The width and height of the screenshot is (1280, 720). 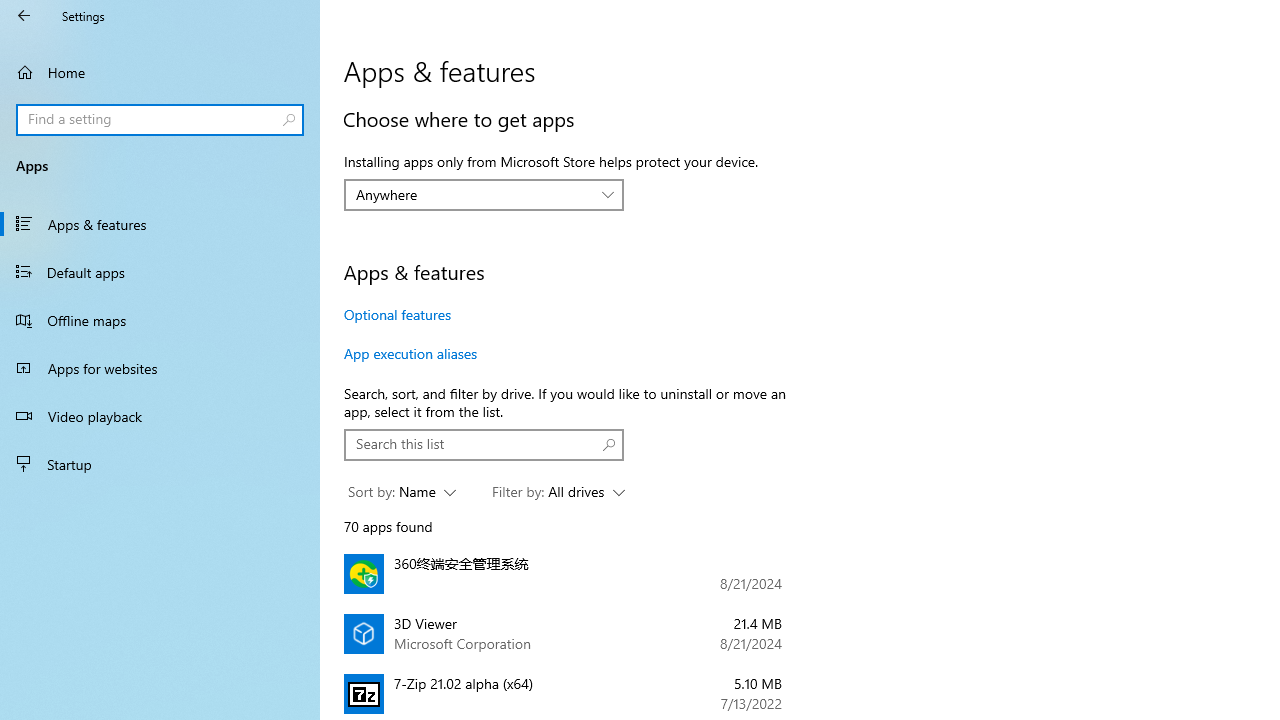 I want to click on 'Anywhere', so click(x=472, y=194).